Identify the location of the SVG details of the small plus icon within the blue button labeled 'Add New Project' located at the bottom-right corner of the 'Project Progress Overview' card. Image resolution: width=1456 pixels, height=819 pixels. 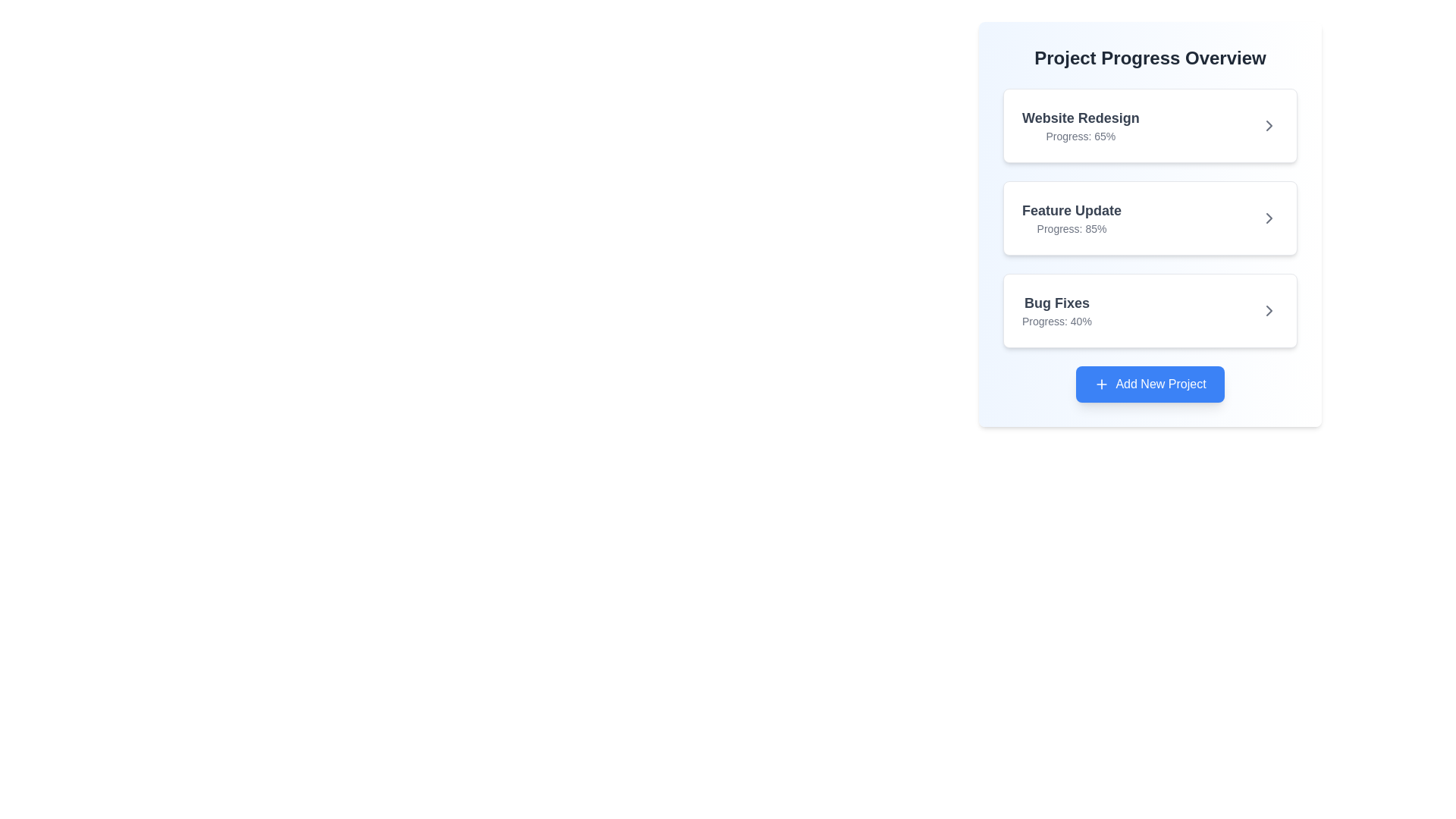
(1102, 383).